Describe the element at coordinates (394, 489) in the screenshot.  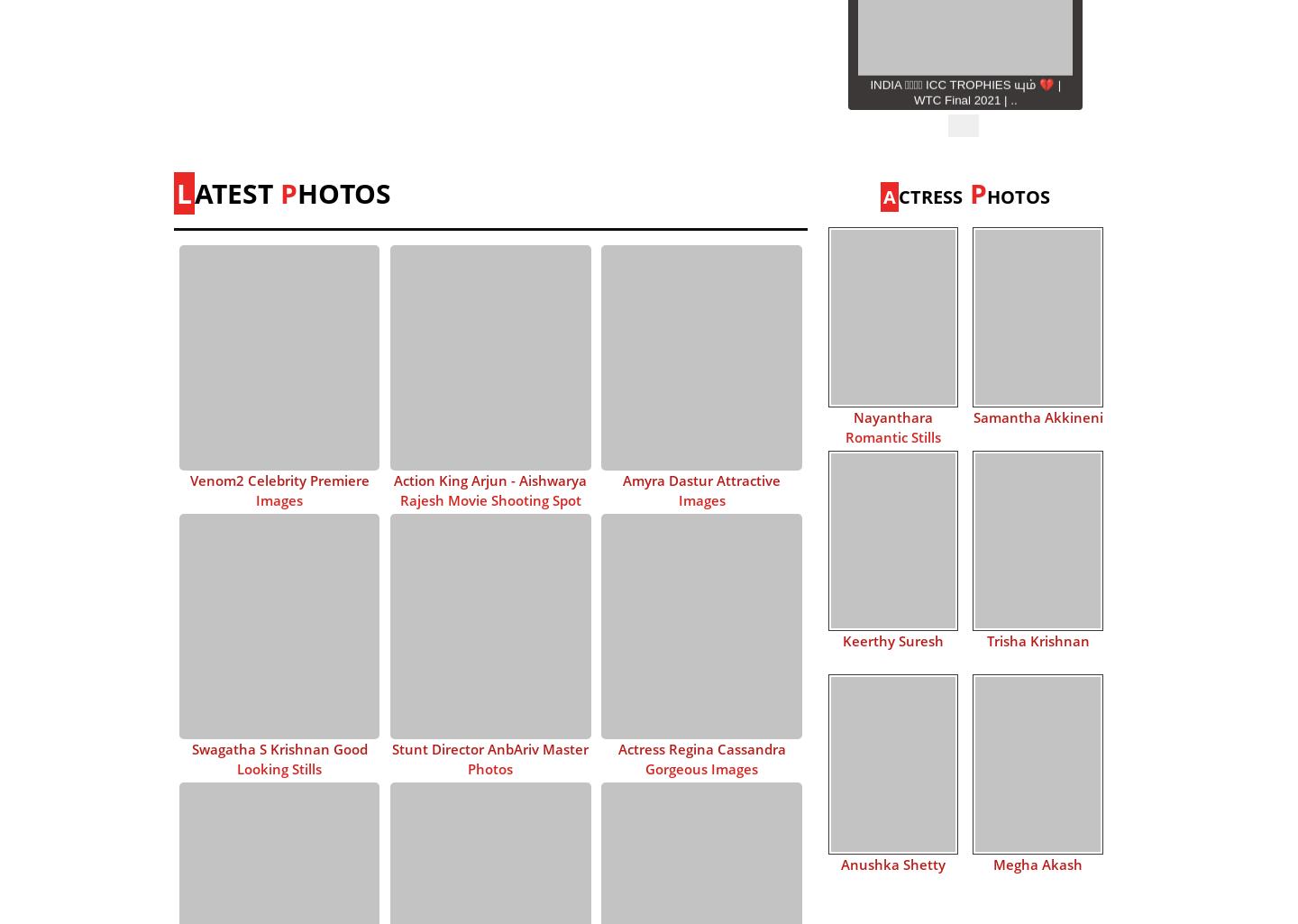
I see `'Action King Arjun - Aishwarya Rajesh Movie Shooting Spot'` at that location.